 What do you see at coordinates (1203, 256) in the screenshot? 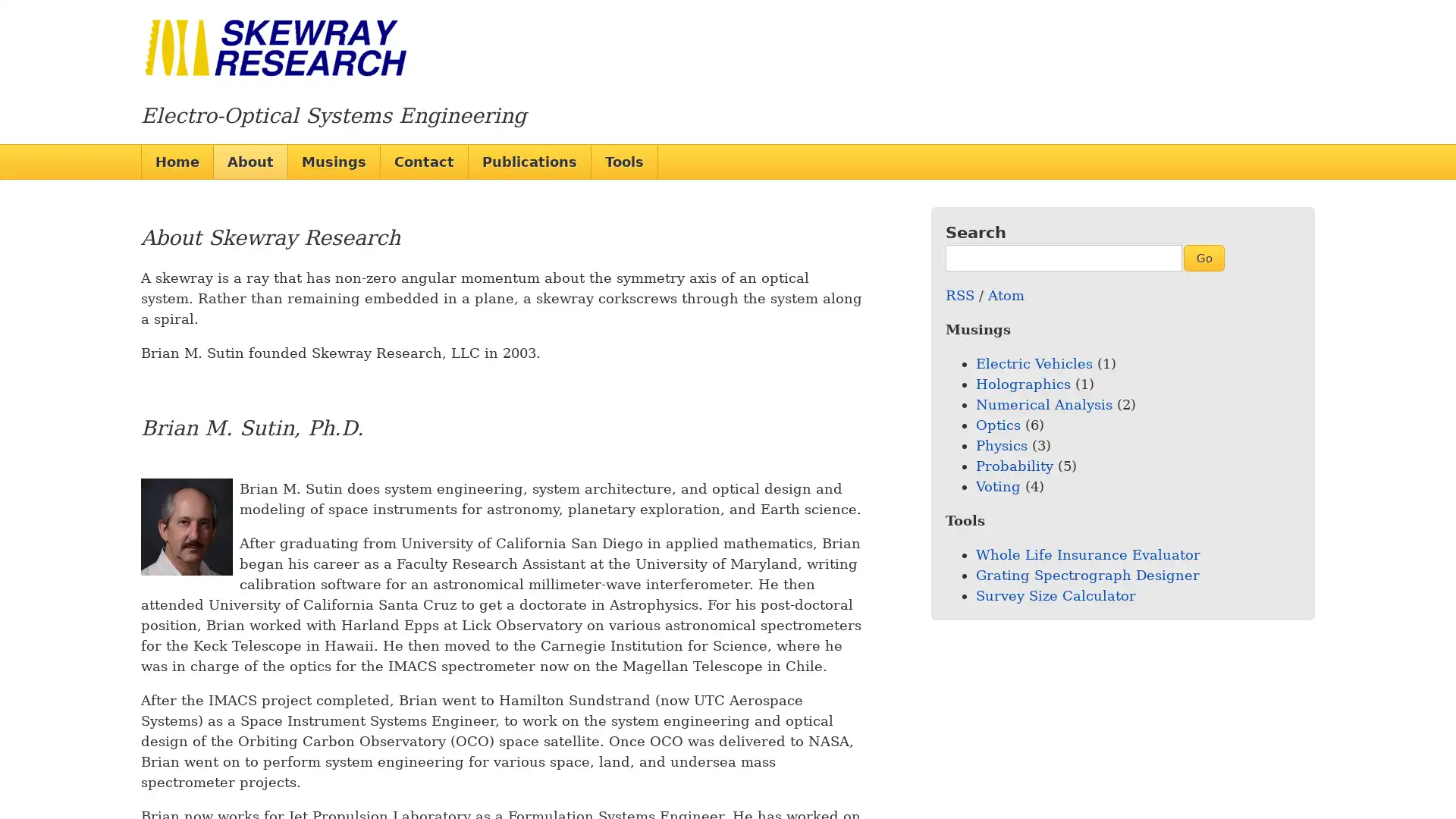
I see `Go` at bounding box center [1203, 256].